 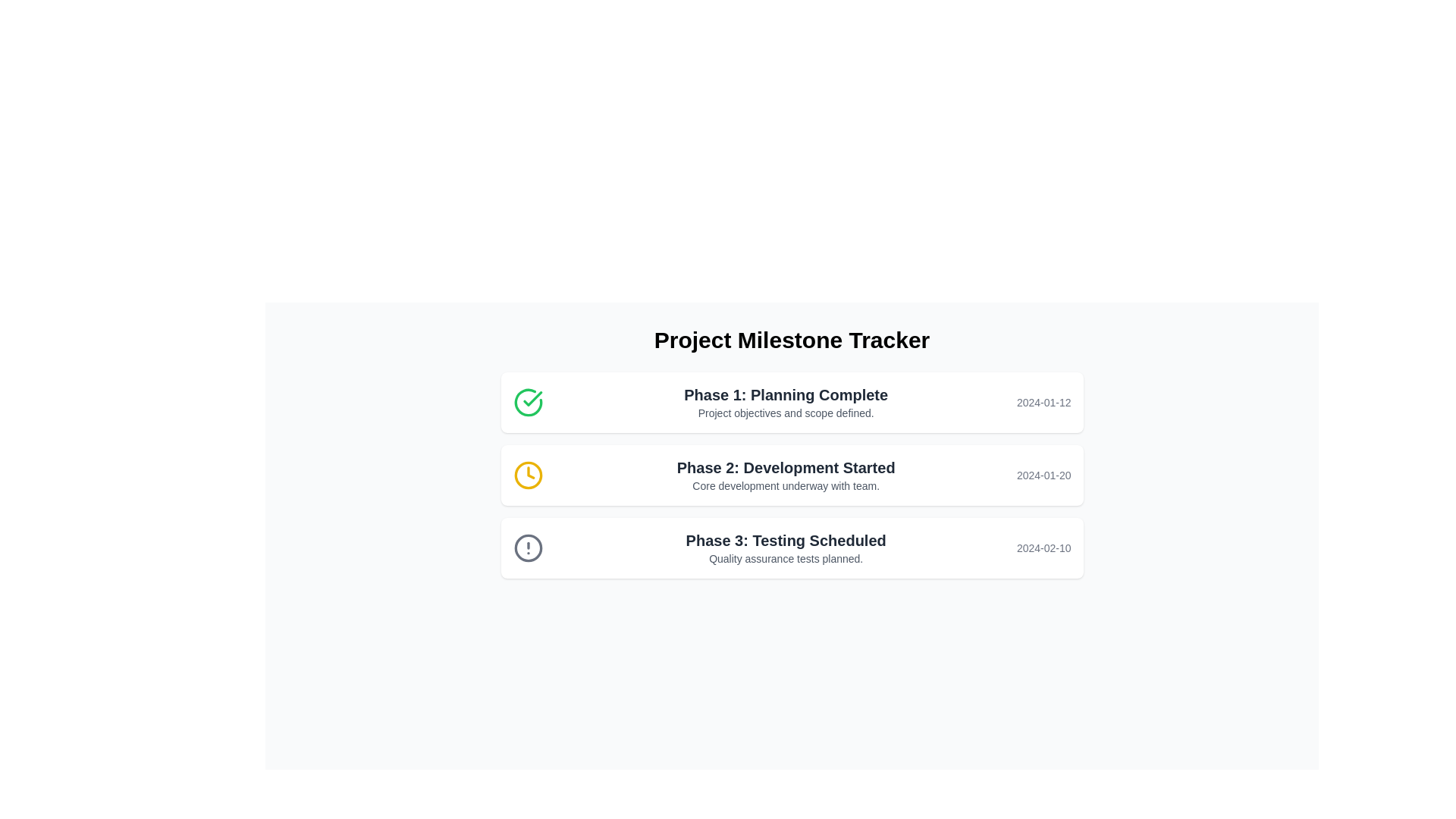 I want to click on the Text Label that provides information about the scheduled date for the milestone located on the right side within the third record of the milestone tracker list, aligned with 'Phase 3: Testing Scheduled' for potential tooltip display, so click(x=1043, y=548).